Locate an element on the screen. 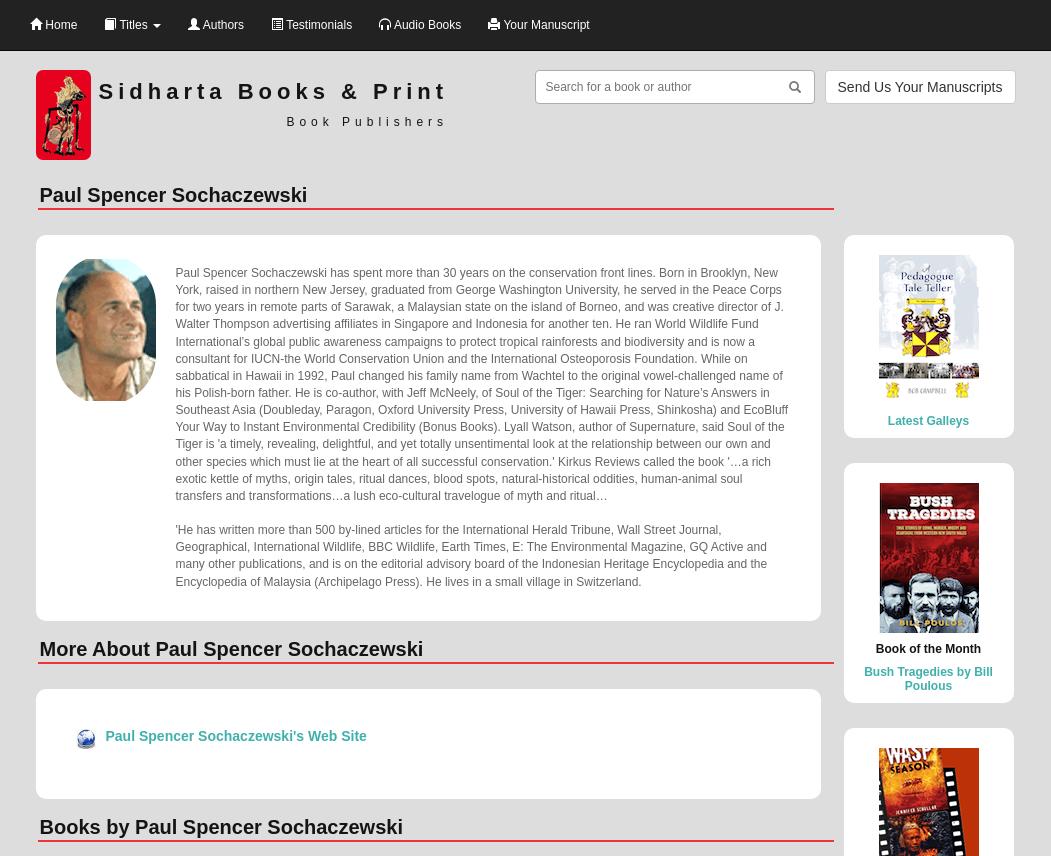  ''He has written more than 500 by-lined articles for the International Herald Tribune, Wall Street Journal, Geographical, International Wildlife, BBC Wildlife, Earth Times, E: The Environmental Magazine, GQ Active and many other publications, and is on the editorial advisory board of the Indonesian Heritage Encyclopedia and the Encyclopedia of Malaysia (Archipelago Press). He lives in a small village in Switzerland.' is located at coordinates (174, 554).